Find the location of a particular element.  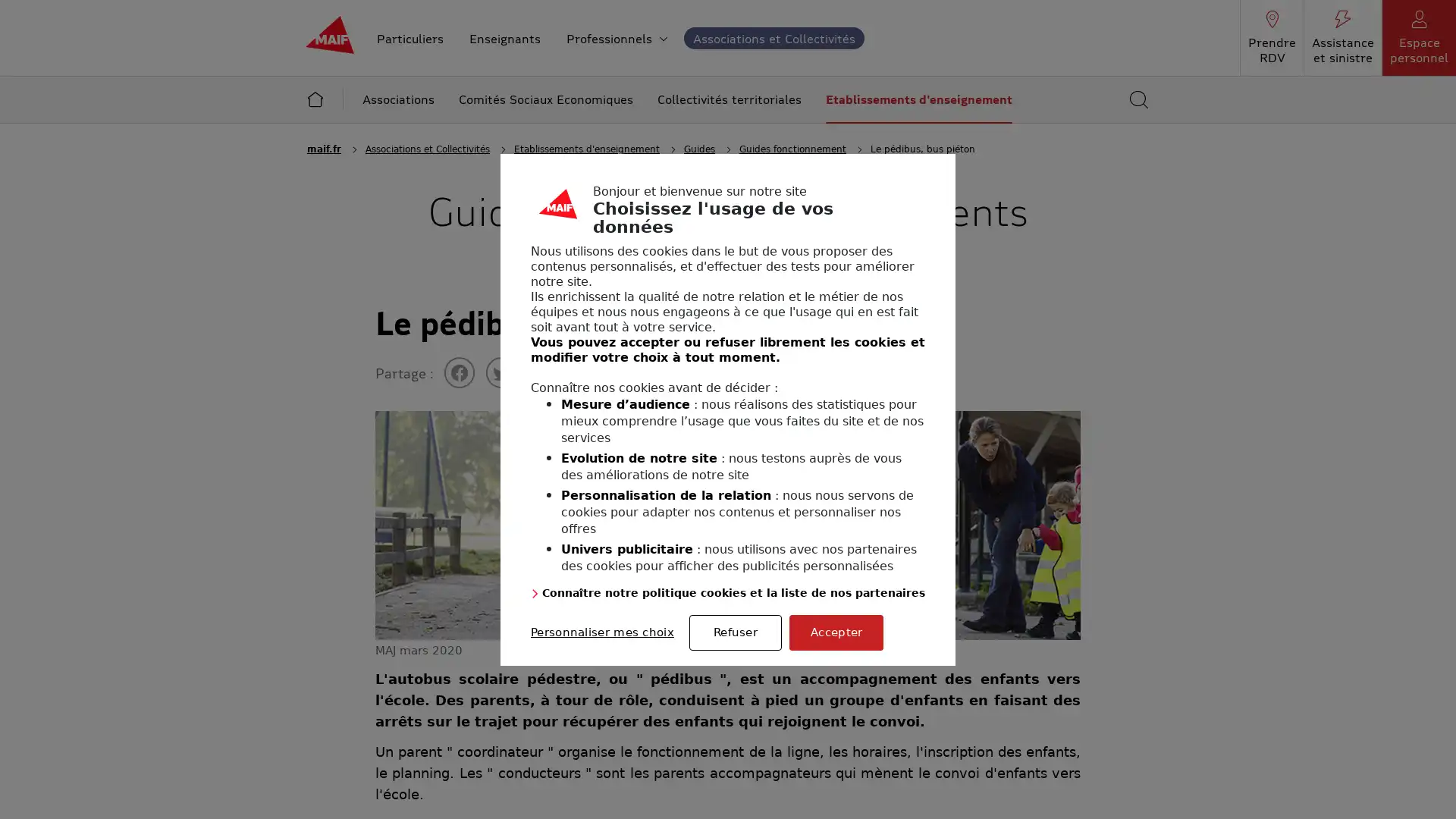

Accepter is located at coordinates (836, 632).